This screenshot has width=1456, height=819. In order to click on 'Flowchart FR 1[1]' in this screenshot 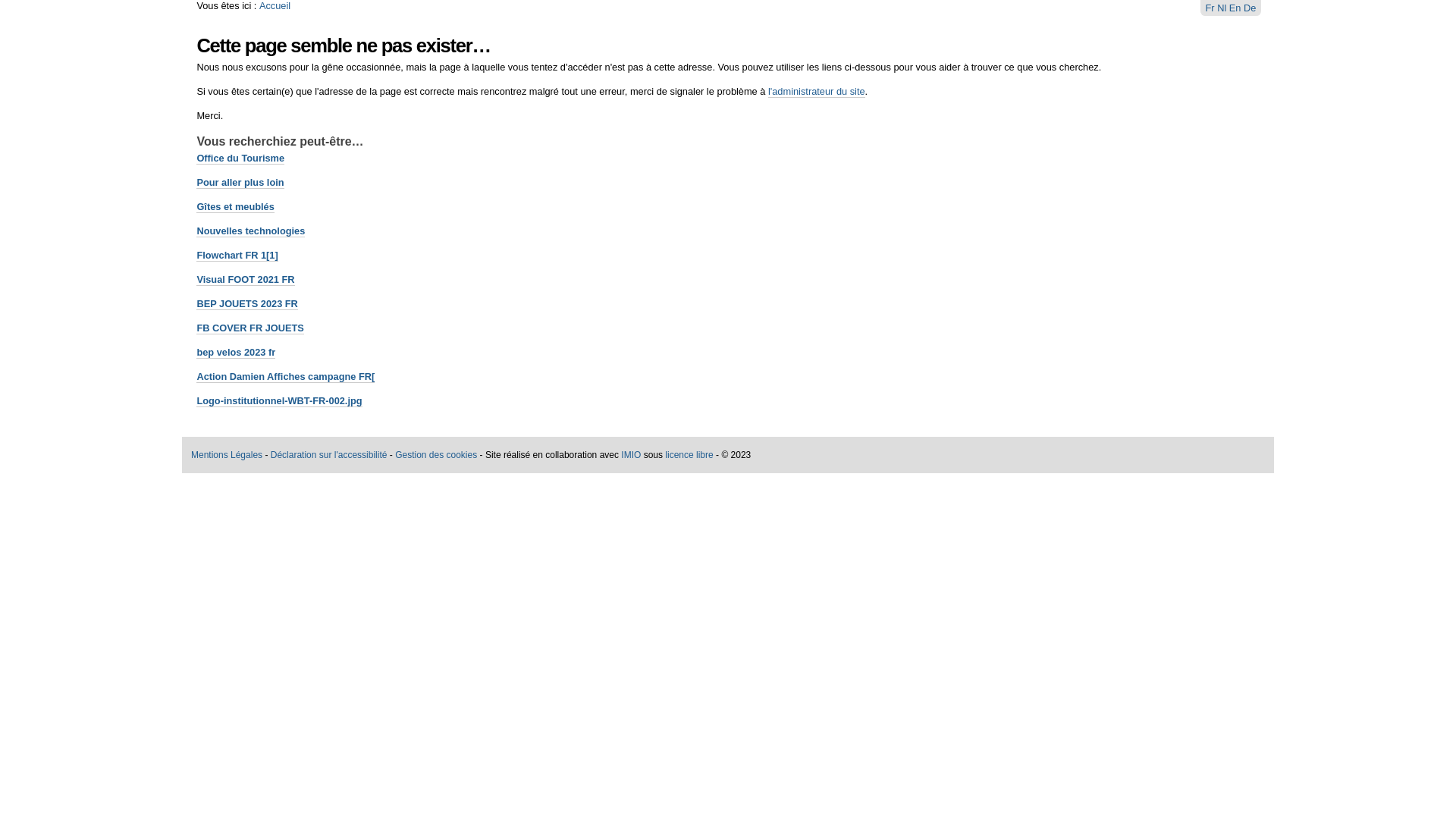, I will do `click(236, 254)`.